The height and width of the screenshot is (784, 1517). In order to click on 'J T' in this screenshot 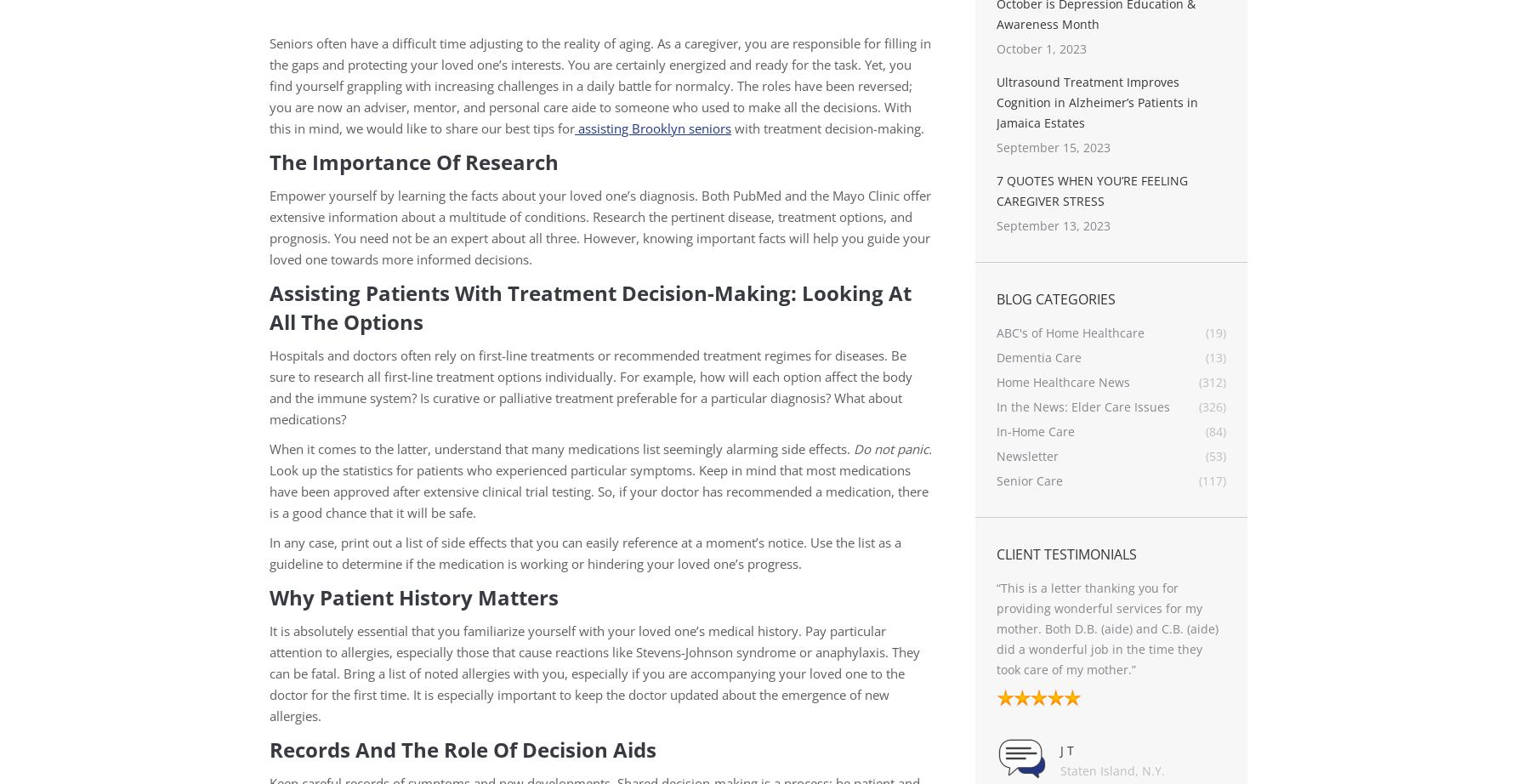, I will do `click(1015, 748)`.